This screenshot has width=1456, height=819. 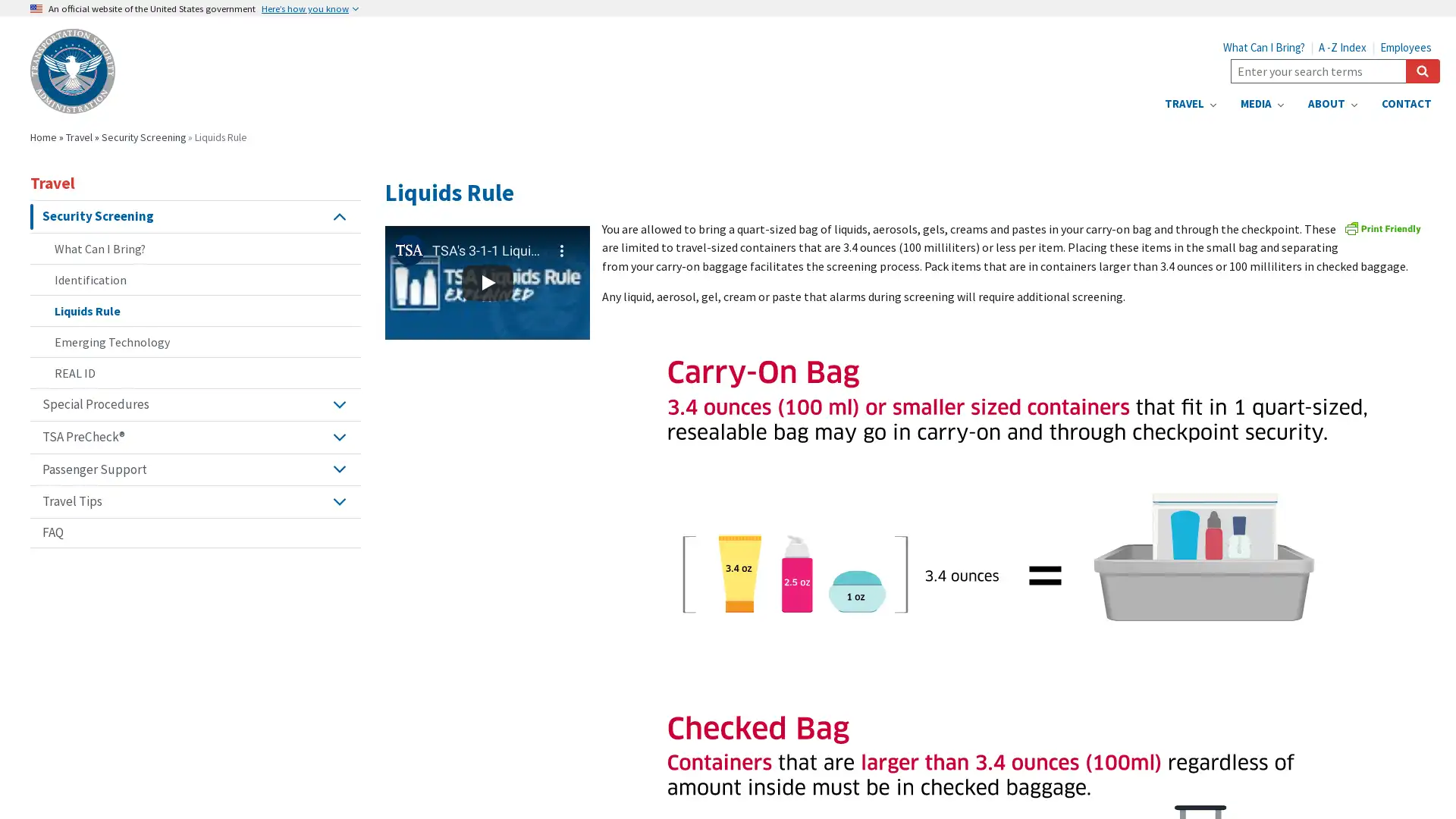 I want to click on Toggle submenu for 'Security Screening', so click(x=338, y=216).